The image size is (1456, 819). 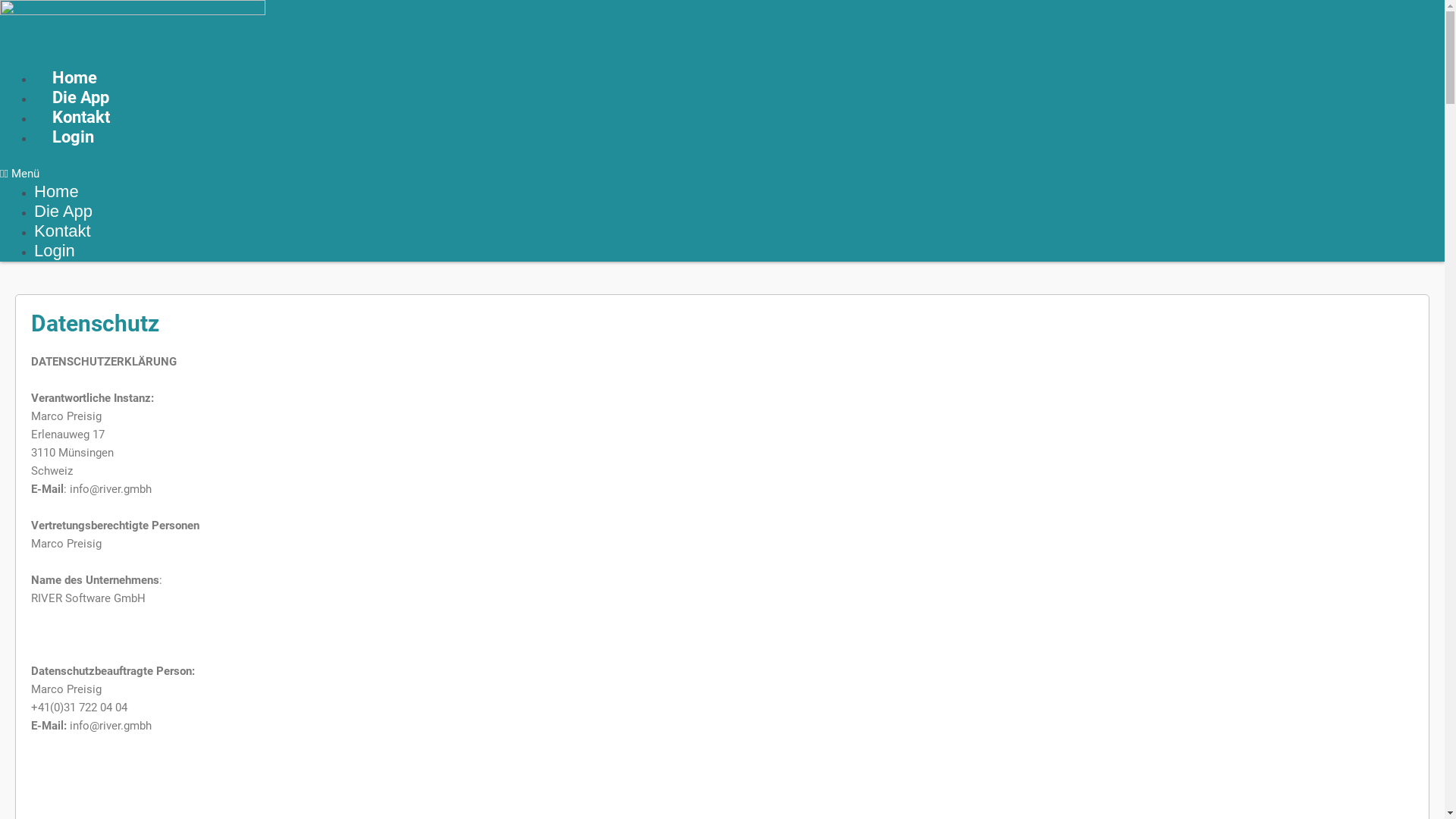 I want to click on 'Login', so click(x=72, y=136).